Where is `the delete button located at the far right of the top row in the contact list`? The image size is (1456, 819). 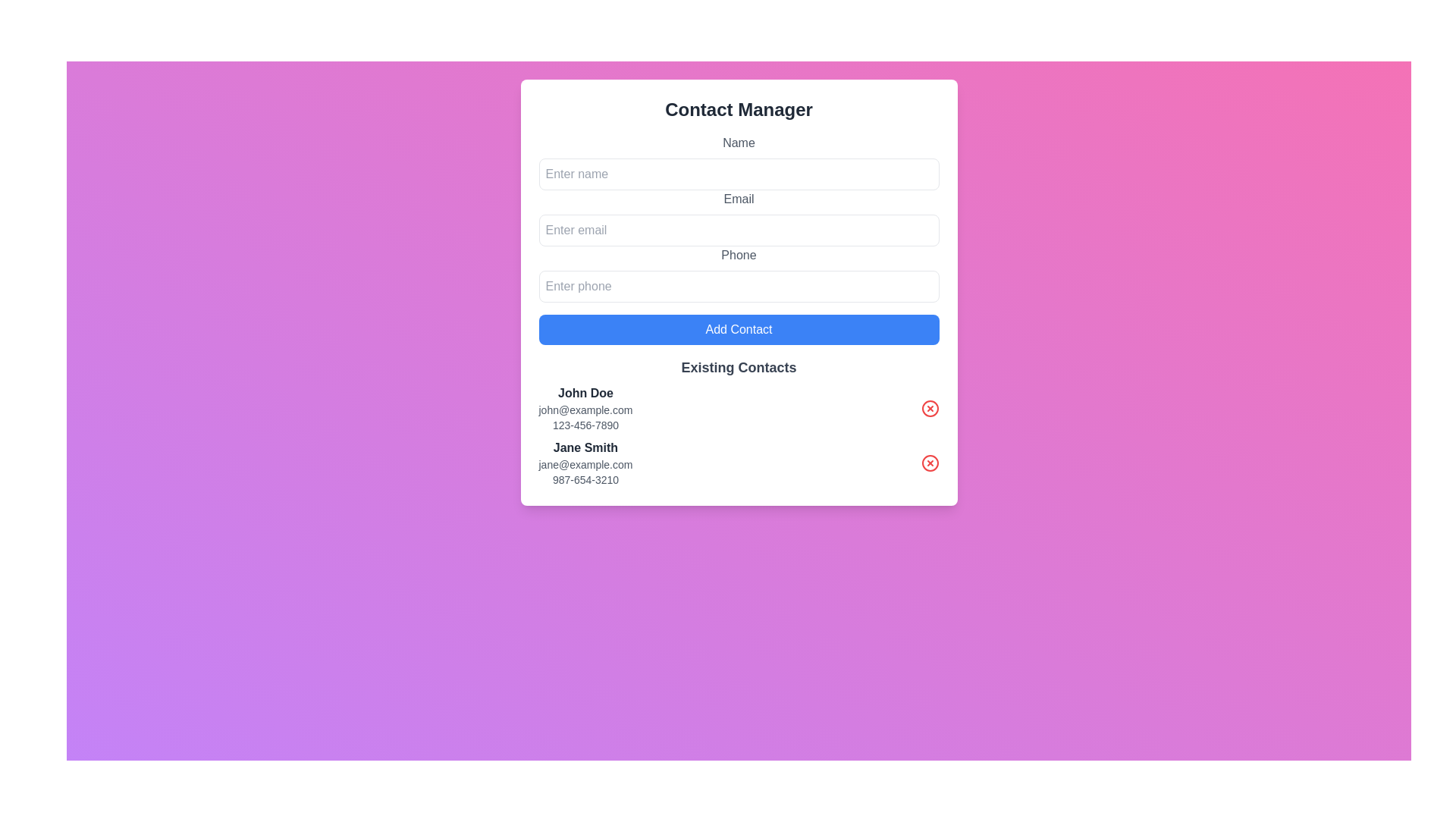 the delete button located at the far right of the top row in the contact list is located at coordinates (929, 408).